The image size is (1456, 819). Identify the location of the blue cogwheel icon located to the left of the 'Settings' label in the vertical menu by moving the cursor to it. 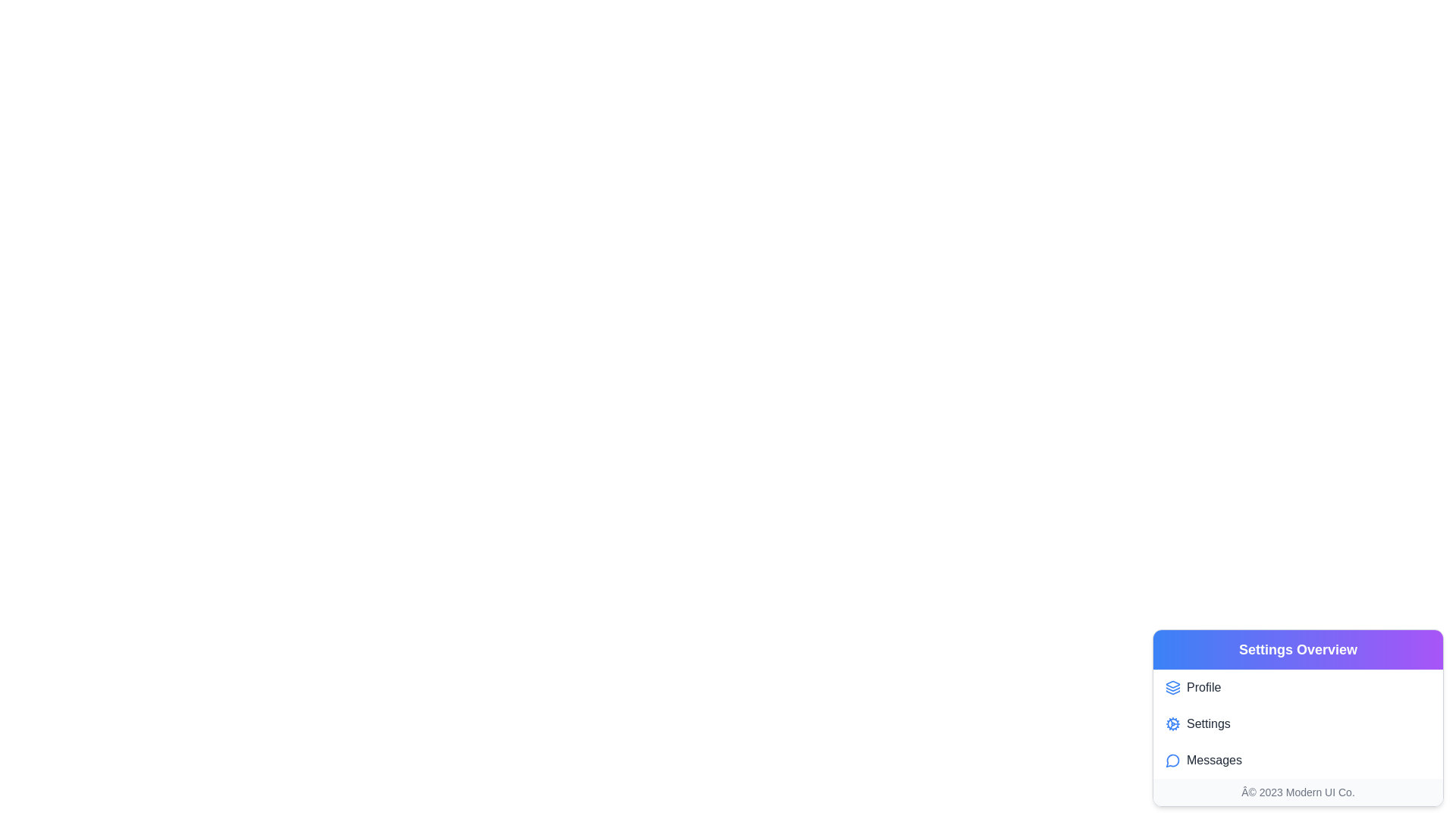
(1172, 723).